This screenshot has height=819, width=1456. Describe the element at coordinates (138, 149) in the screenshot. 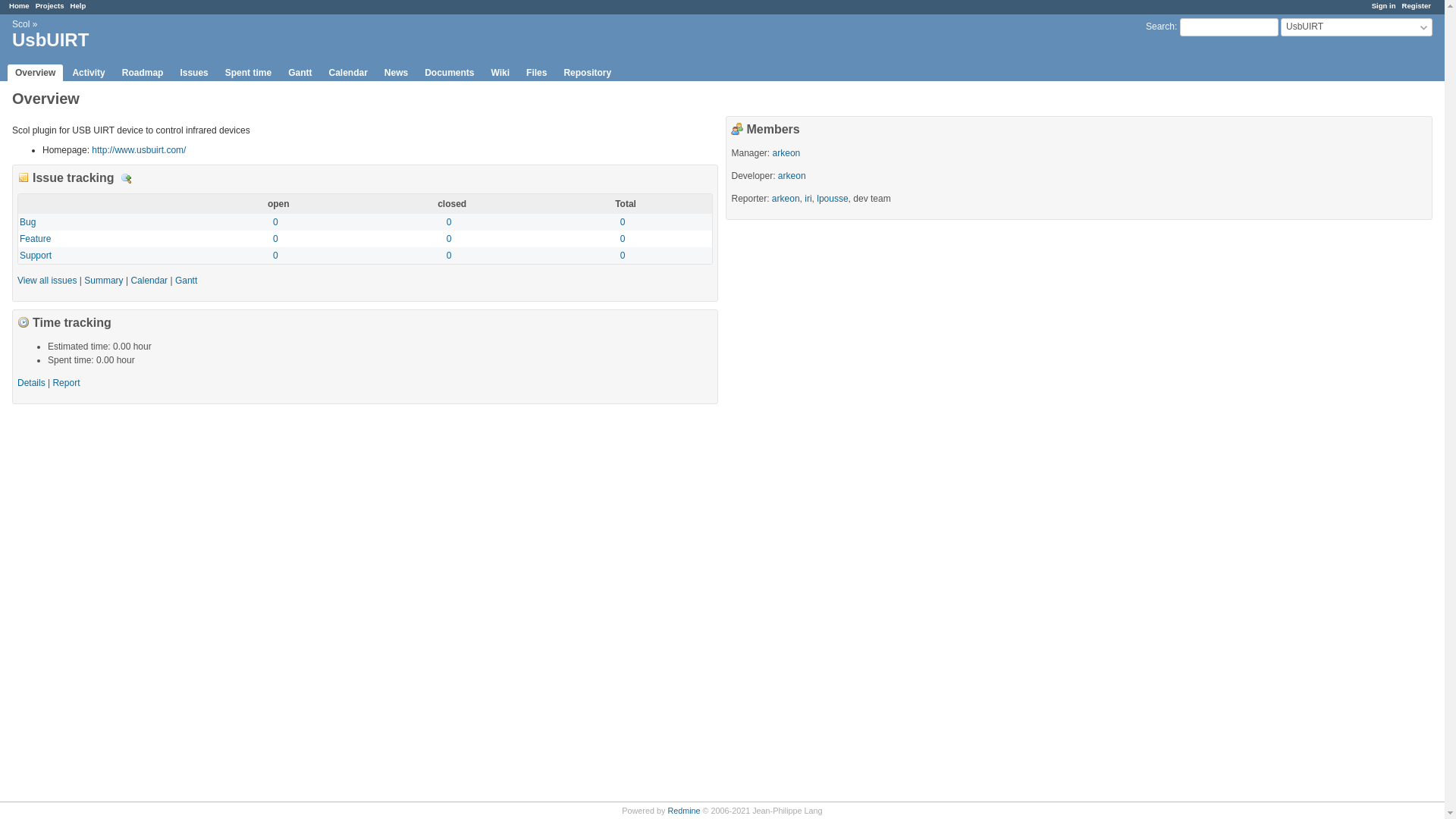

I see `'http://www.usbuirt.com/'` at that location.